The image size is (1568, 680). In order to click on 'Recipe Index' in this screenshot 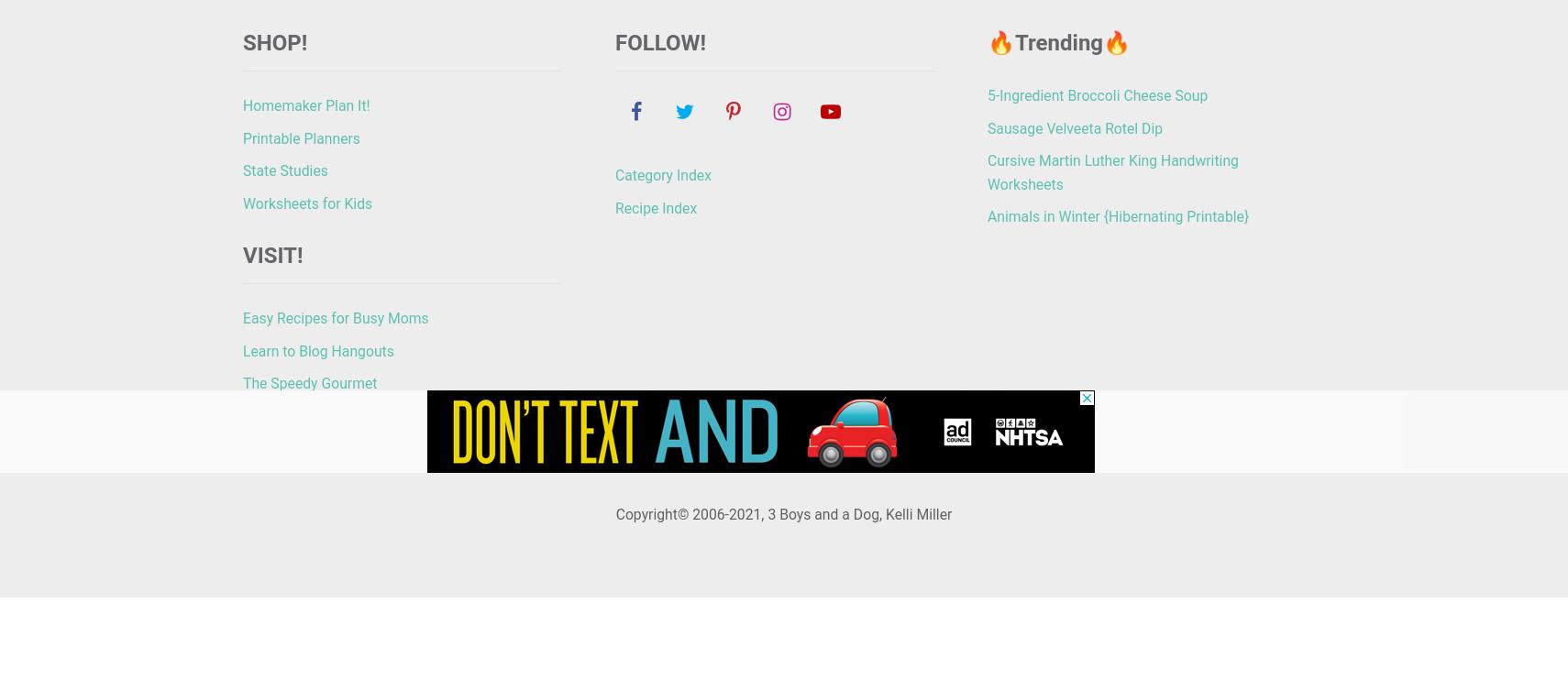, I will do `click(656, 206)`.